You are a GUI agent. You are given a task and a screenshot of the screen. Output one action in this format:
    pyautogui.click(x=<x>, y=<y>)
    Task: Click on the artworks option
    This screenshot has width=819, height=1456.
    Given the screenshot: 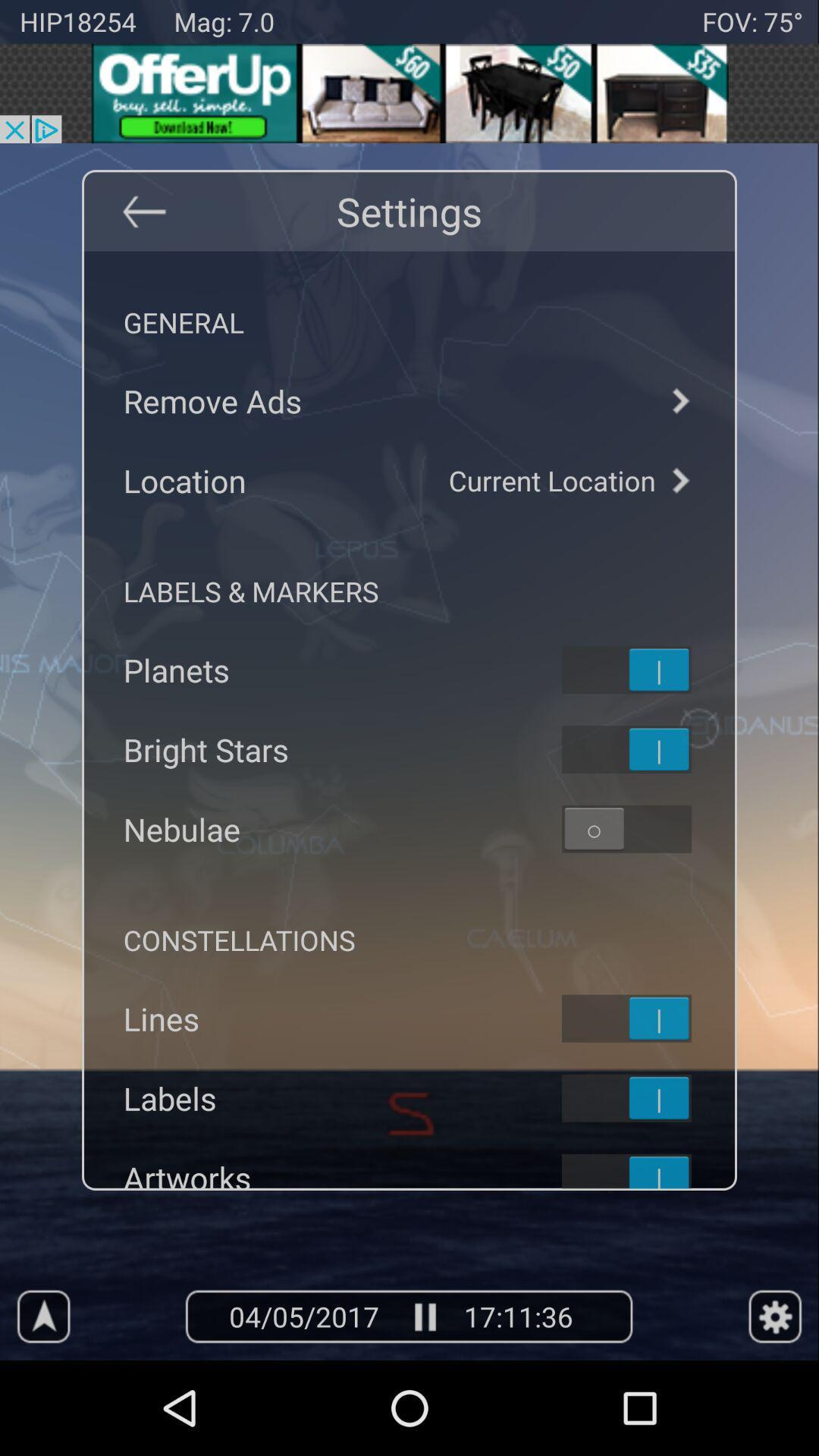 What is the action you would take?
    pyautogui.click(x=646, y=1168)
    